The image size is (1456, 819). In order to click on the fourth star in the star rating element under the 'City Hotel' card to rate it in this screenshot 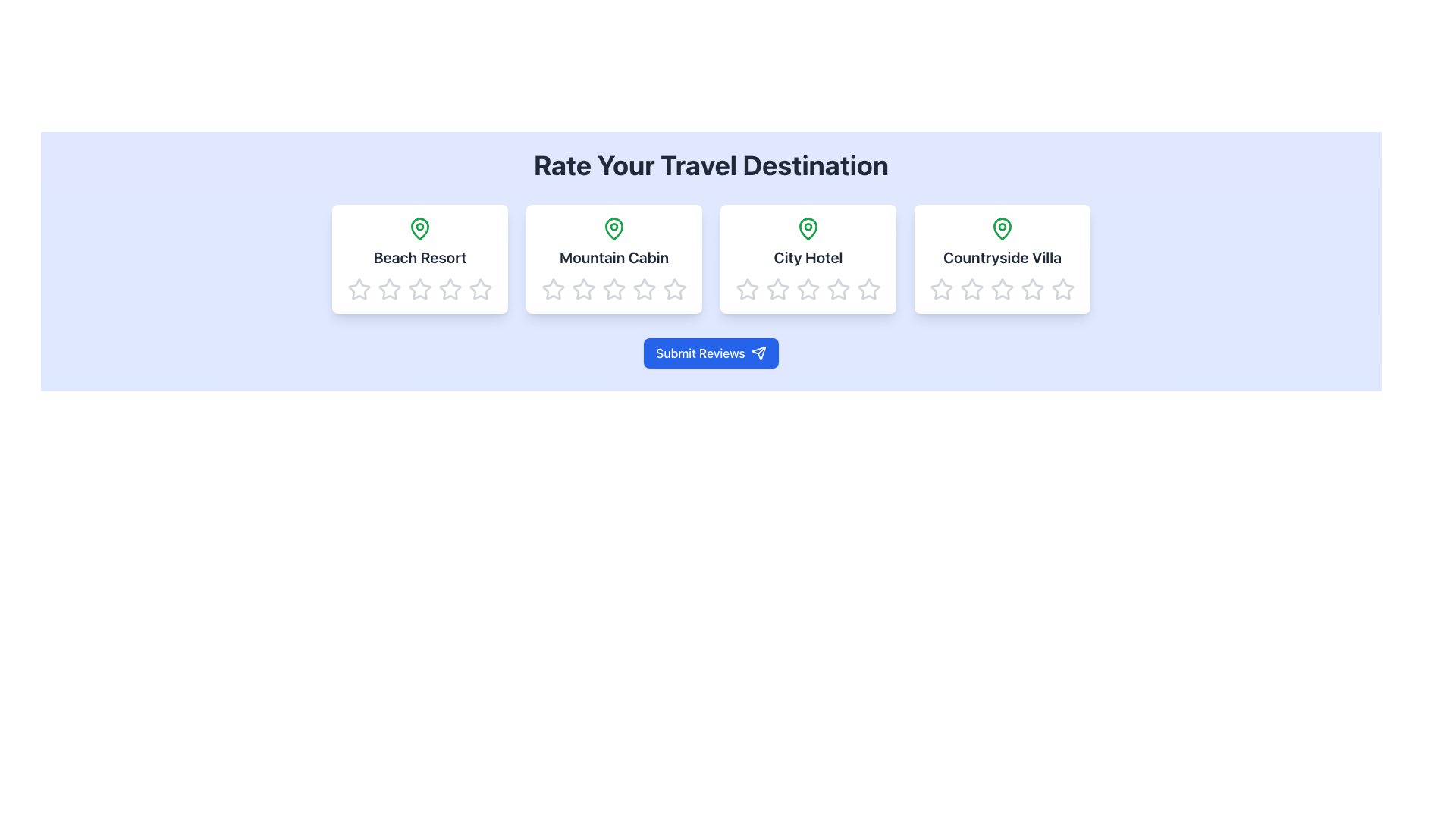, I will do `click(869, 289)`.